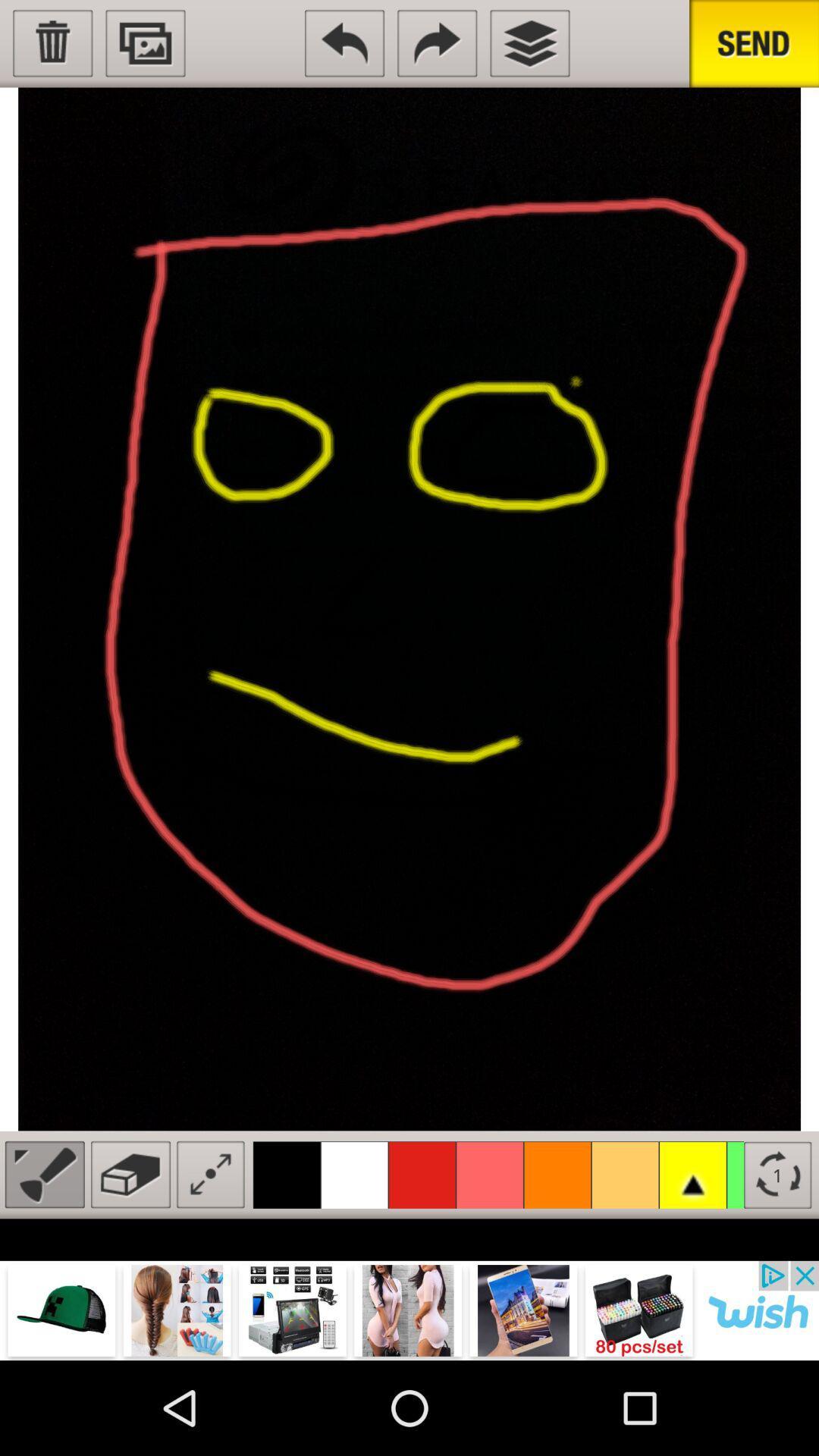 This screenshot has height=1456, width=819. What do you see at coordinates (754, 43) in the screenshot?
I see `share the image` at bounding box center [754, 43].